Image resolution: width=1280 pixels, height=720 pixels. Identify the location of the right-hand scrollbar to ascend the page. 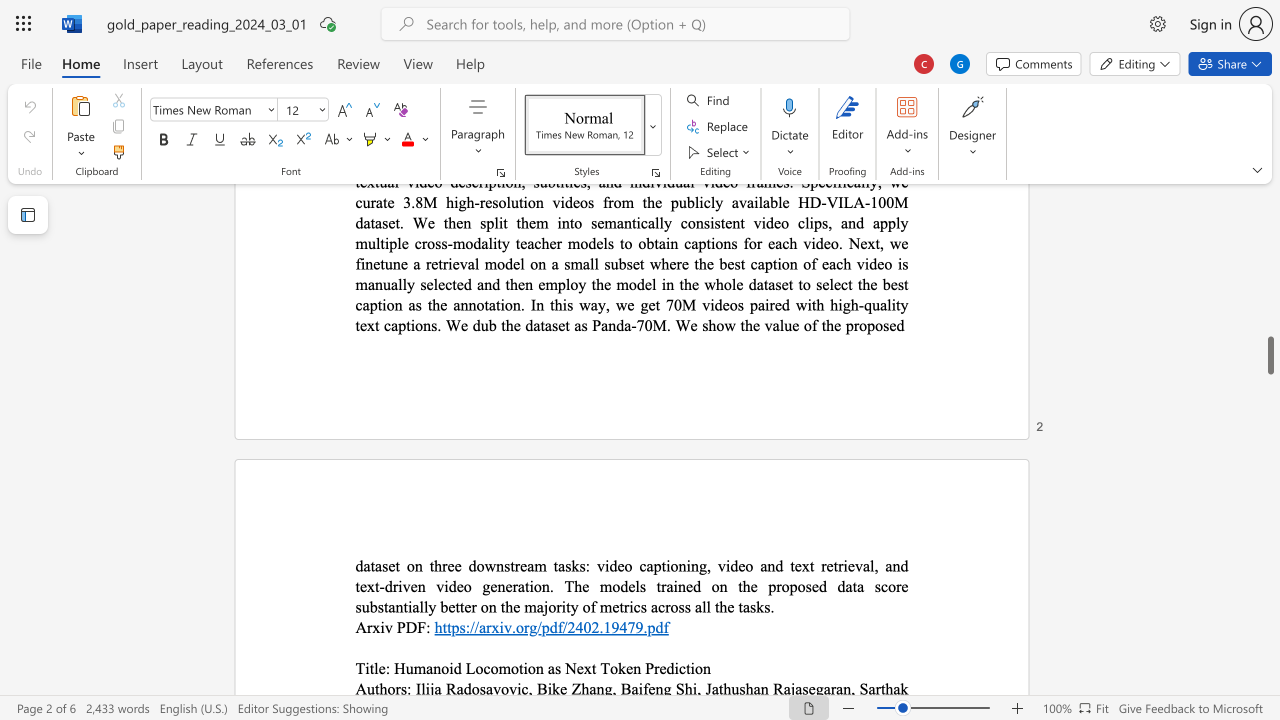
(1269, 380).